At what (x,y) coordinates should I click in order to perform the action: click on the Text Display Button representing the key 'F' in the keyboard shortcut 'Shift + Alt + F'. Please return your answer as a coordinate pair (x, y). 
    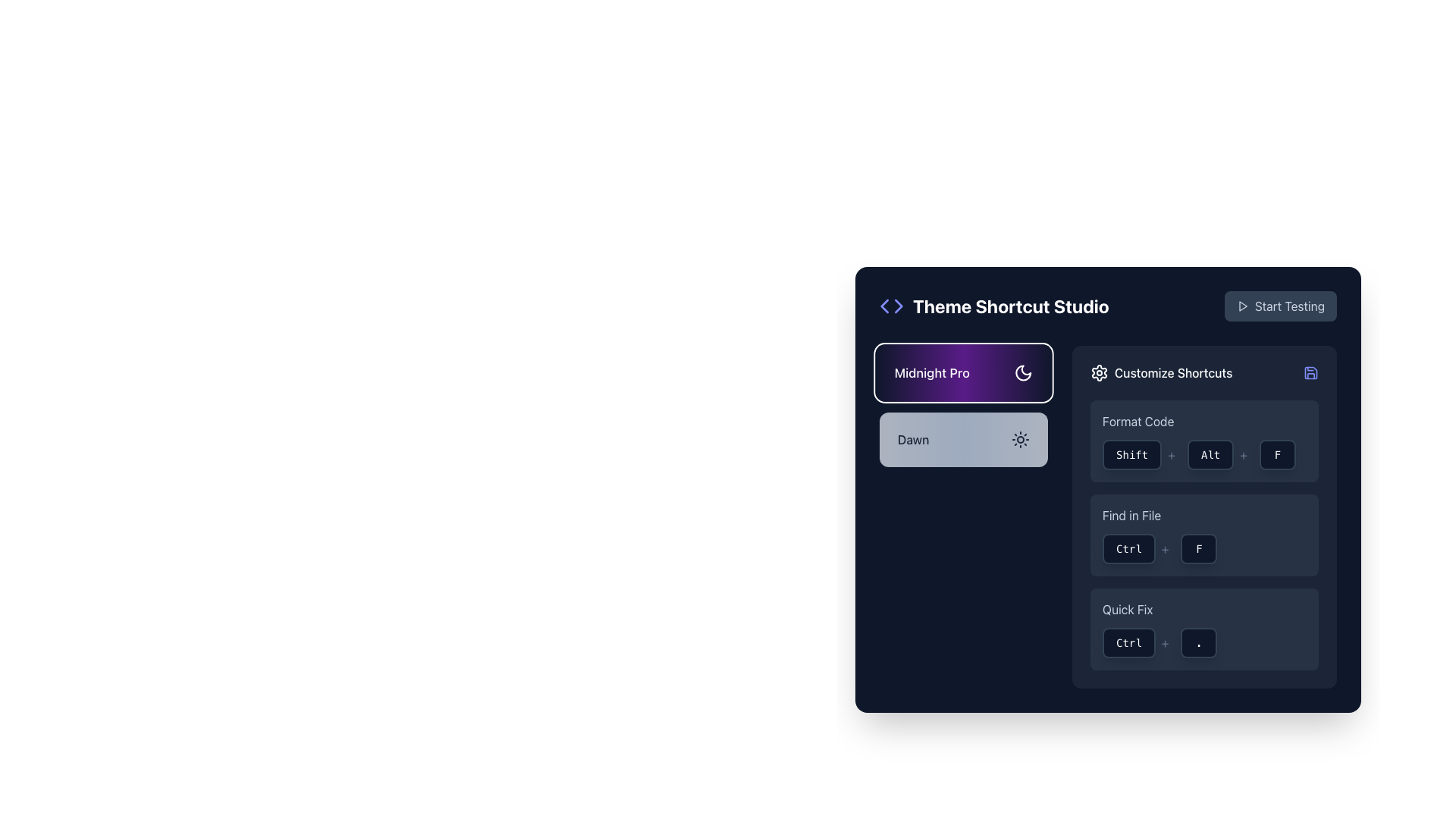
    Looking at the image, I should click on (1276, 454).